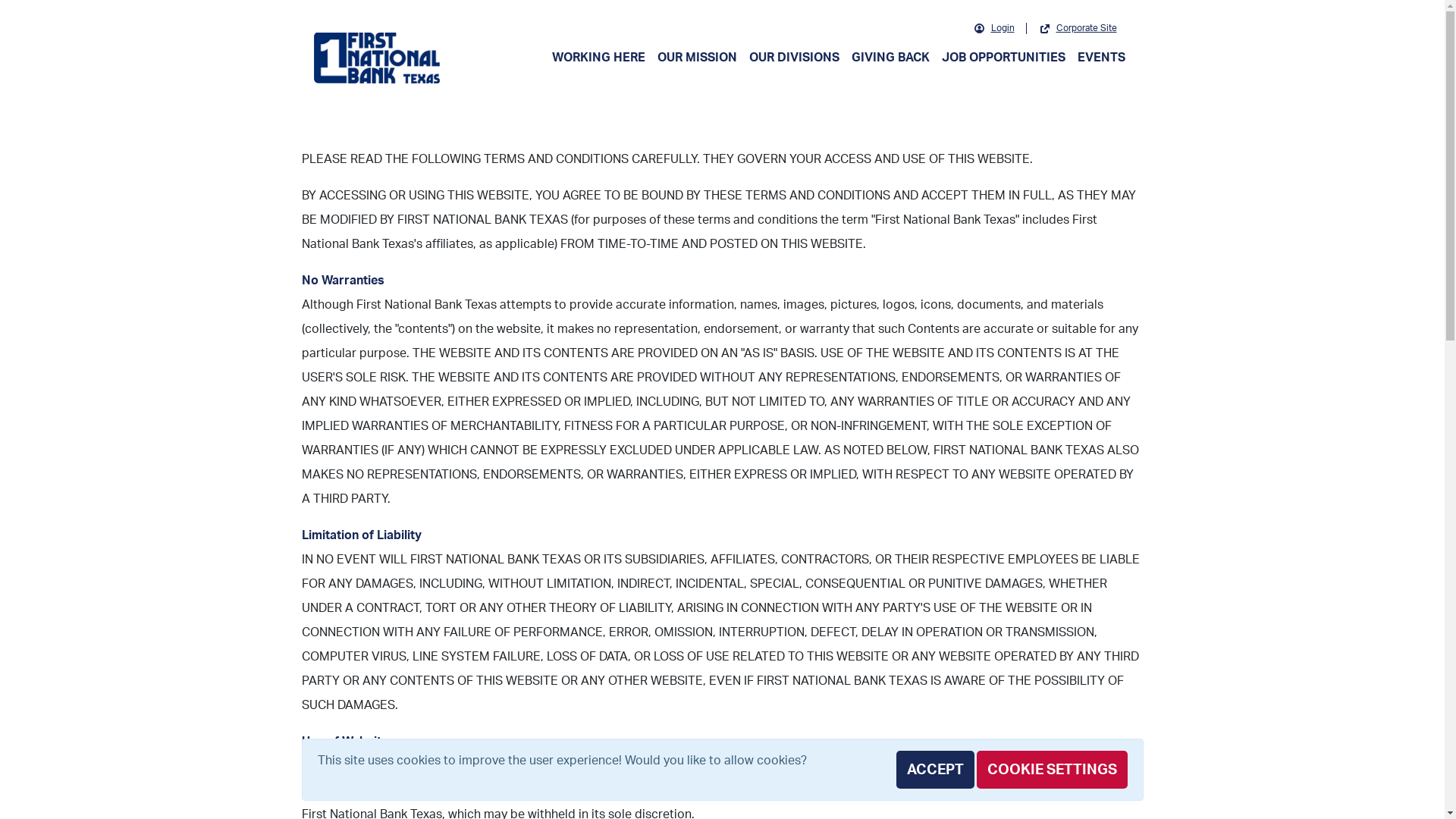  What do you see at coordinates (651, 57) in the screenshot?
I see `'OUR MISSION'` at bounding box center [651, 57].